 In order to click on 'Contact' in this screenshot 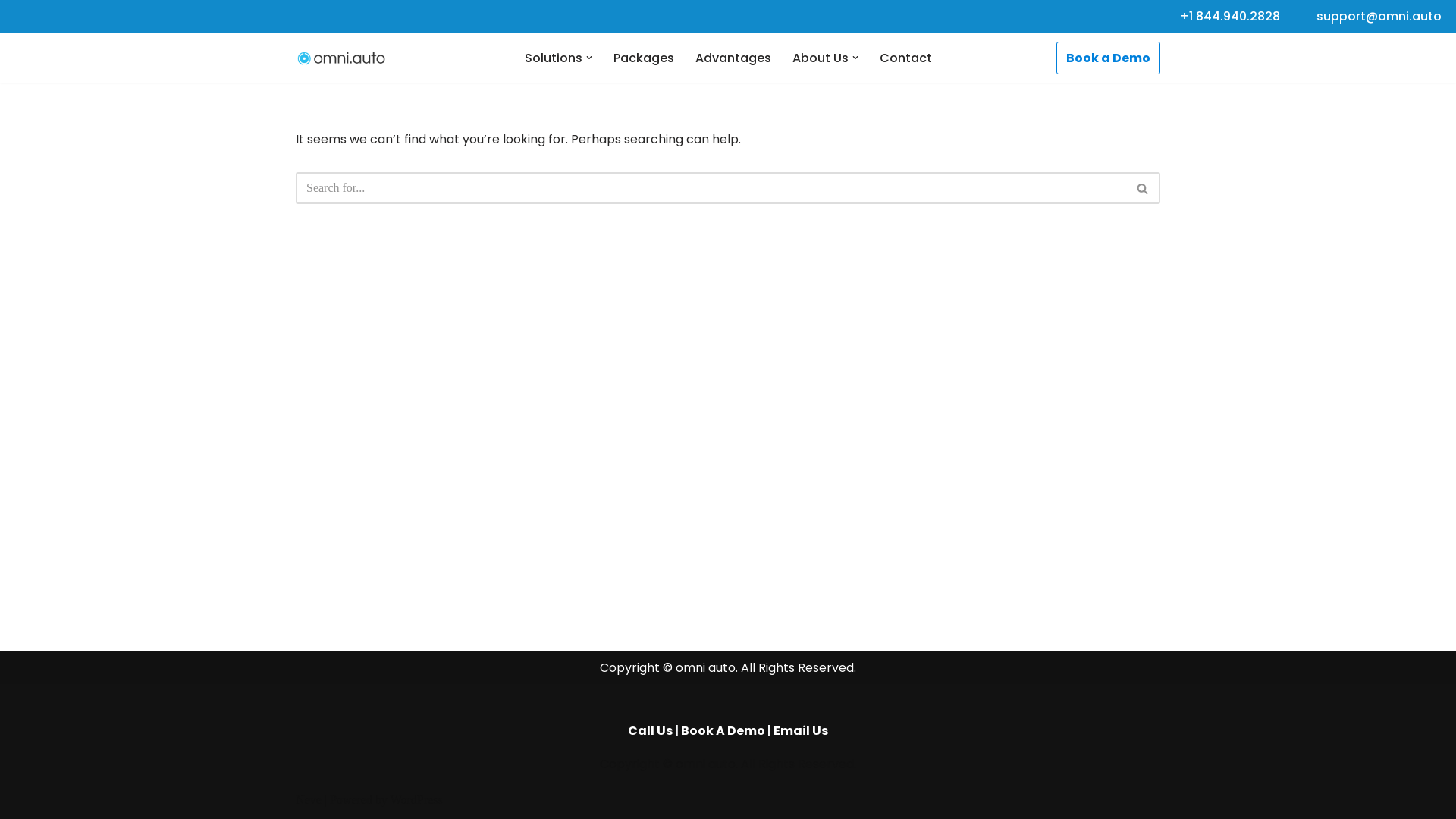, I will do `click(905, 57)`.